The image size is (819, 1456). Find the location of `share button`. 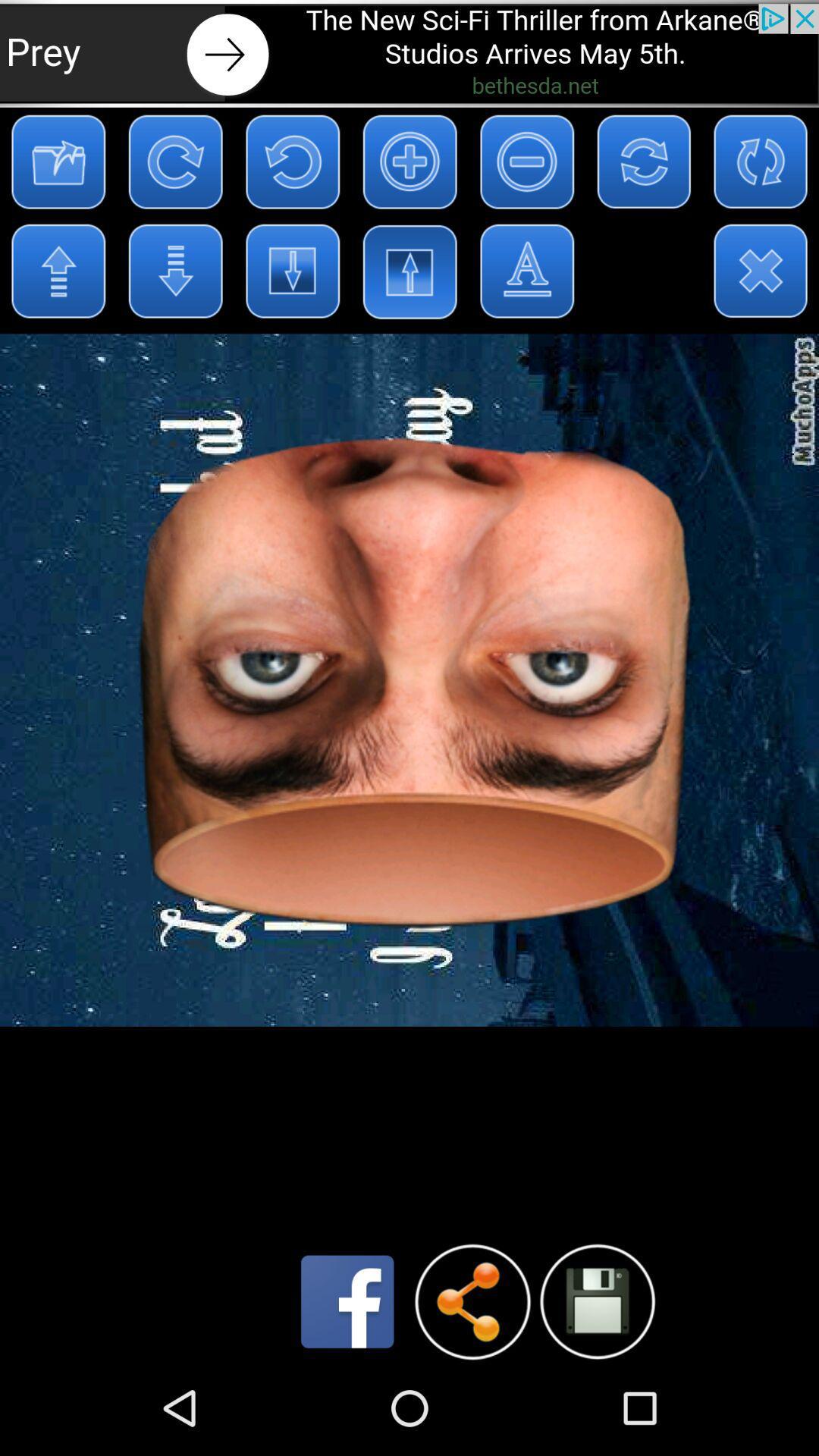

share button is located at coordinates (472, 1301).